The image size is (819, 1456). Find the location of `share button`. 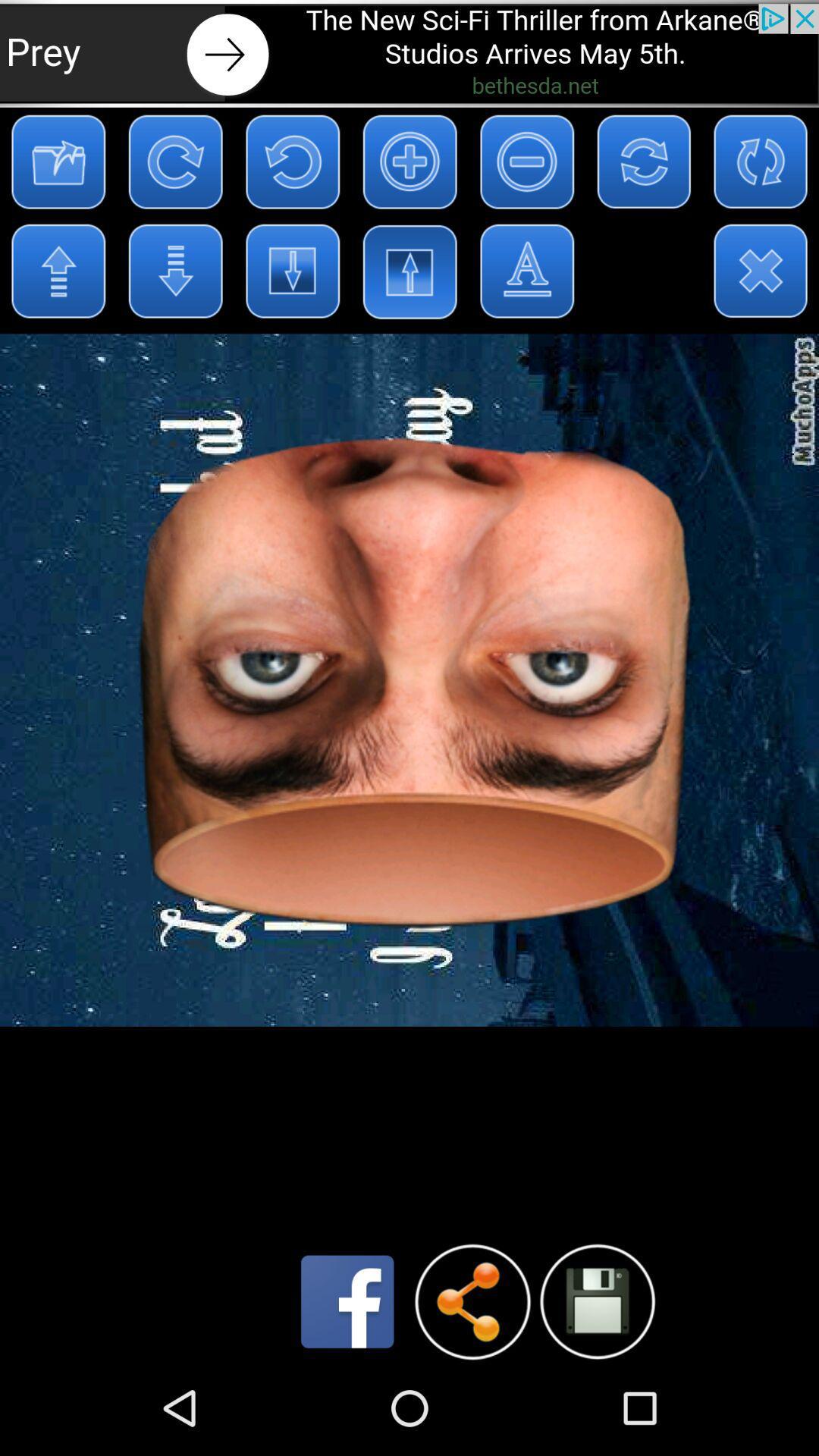

share button is located at coordinates (472, 1301).